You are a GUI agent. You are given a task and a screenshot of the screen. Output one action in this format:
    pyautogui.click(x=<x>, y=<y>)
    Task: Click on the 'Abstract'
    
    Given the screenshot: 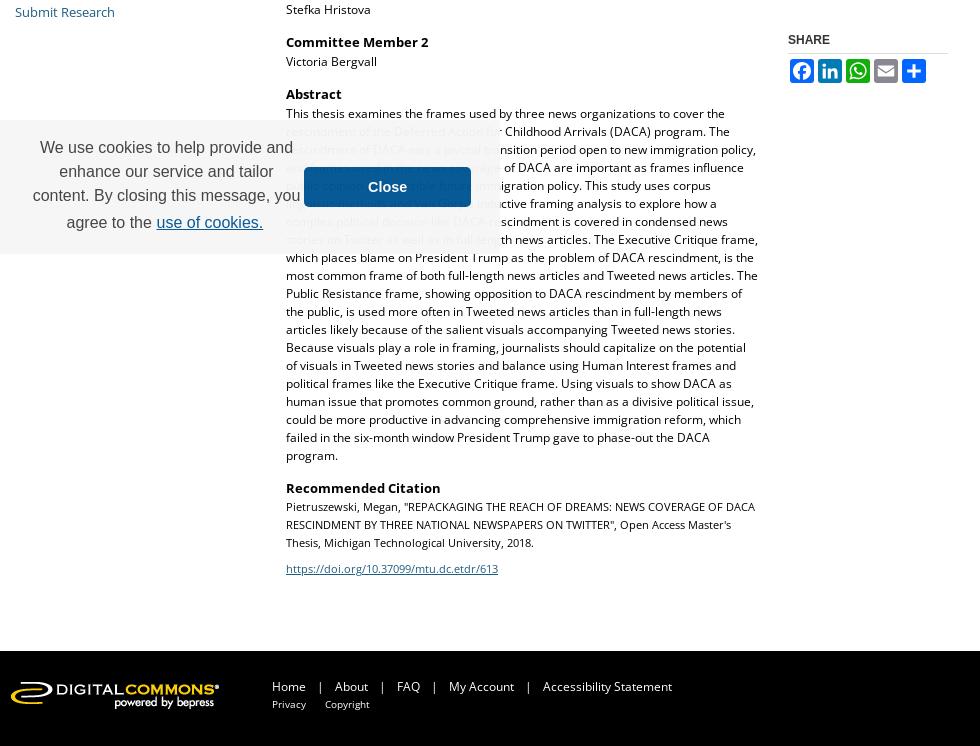 What is the action you would take?
    pyautogui.click(x=313, y=93)
    